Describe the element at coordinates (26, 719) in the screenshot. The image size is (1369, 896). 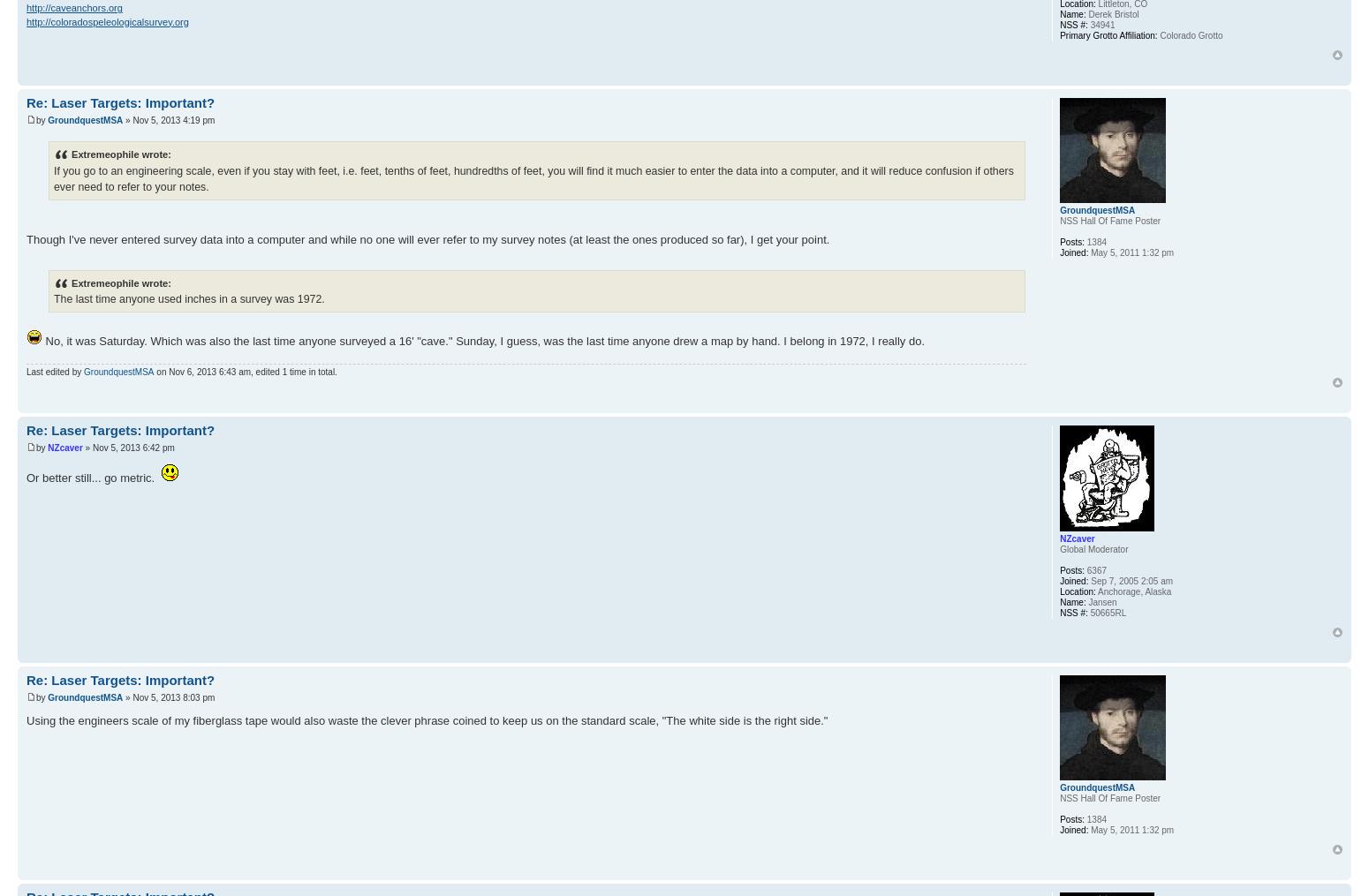
I see `'Using the engineers scale of my fiberglass tape would also waste the clever phrase coined to keep us on the standard scale, "The white side is the right side."'` at that location.